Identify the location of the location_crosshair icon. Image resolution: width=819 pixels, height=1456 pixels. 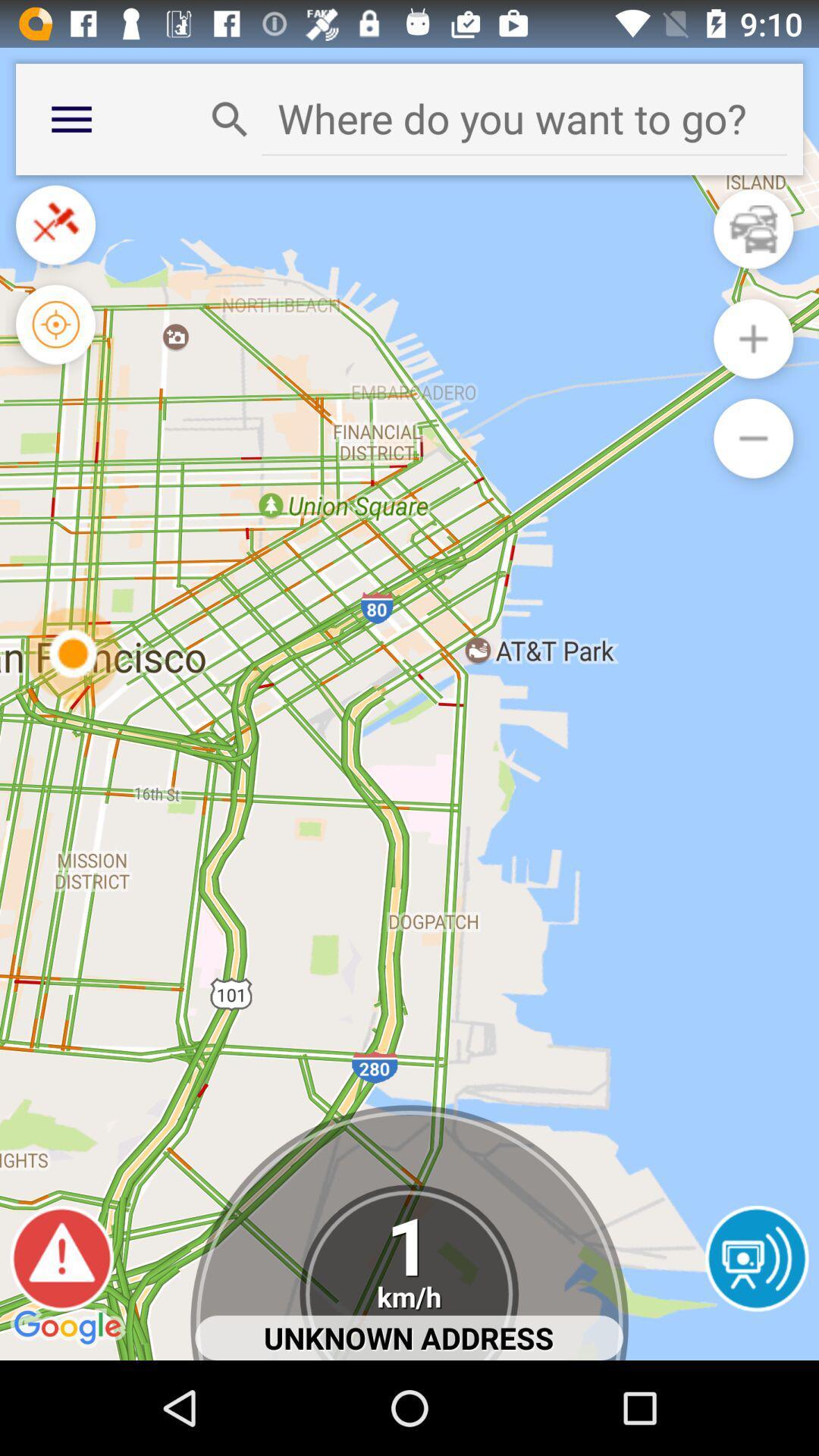
(55, 347).